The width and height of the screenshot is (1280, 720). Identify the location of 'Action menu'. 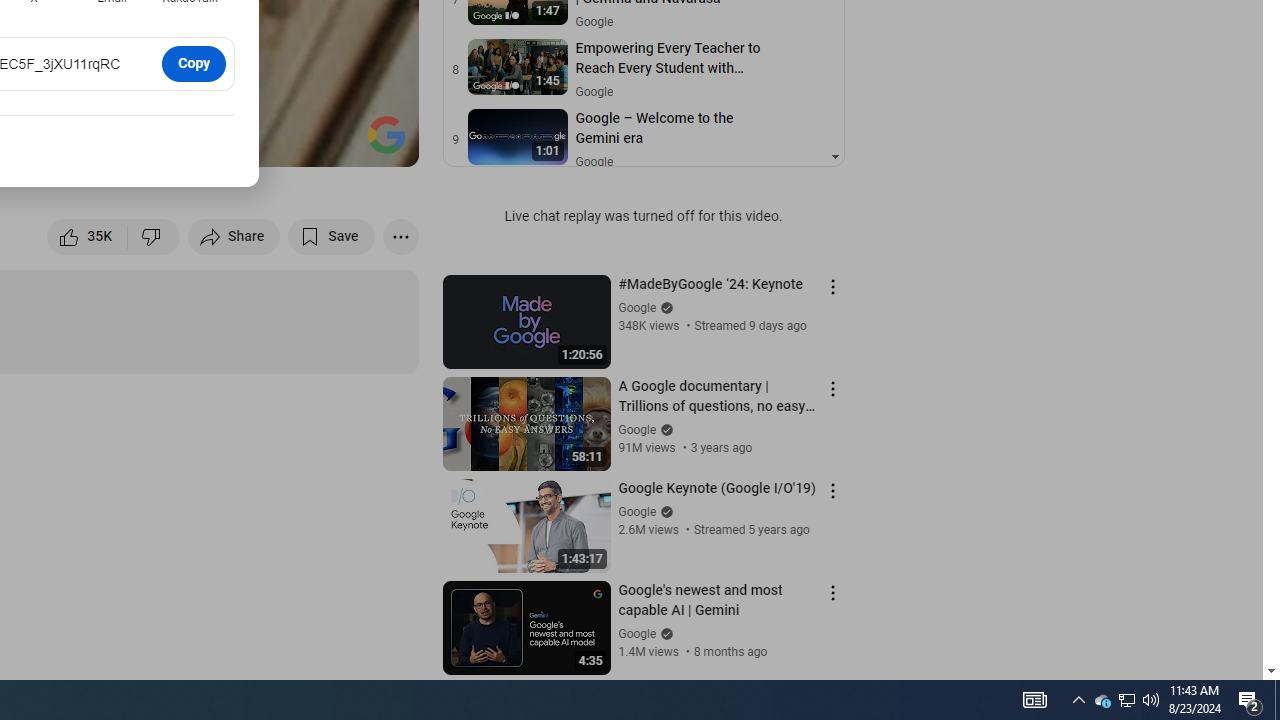
(832, 591).